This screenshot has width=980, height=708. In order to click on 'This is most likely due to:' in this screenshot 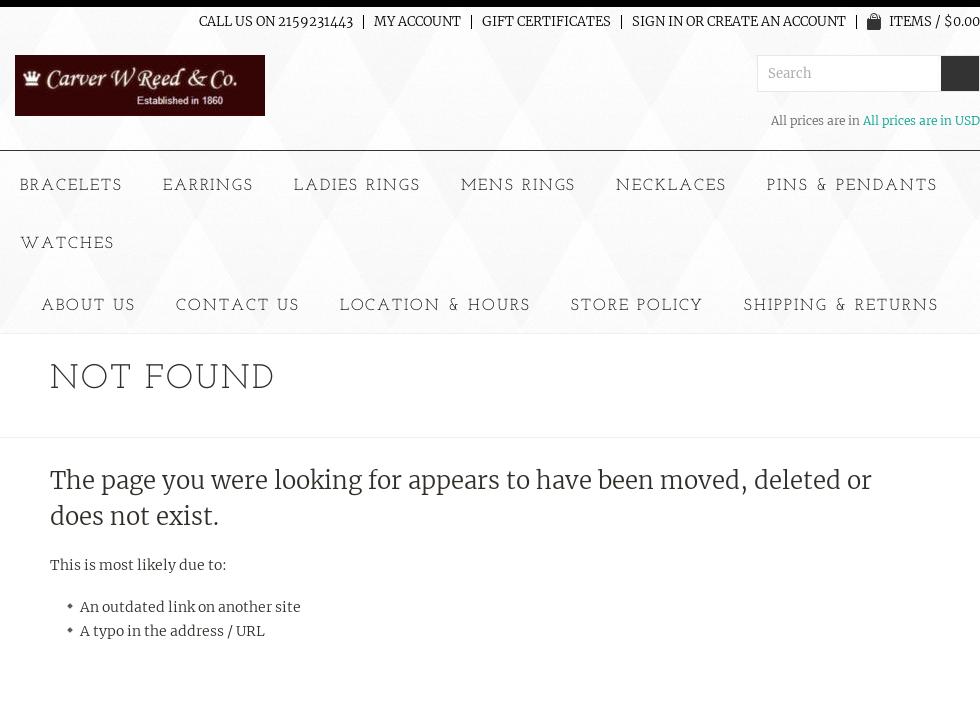, I will do `click(138, 562)`.